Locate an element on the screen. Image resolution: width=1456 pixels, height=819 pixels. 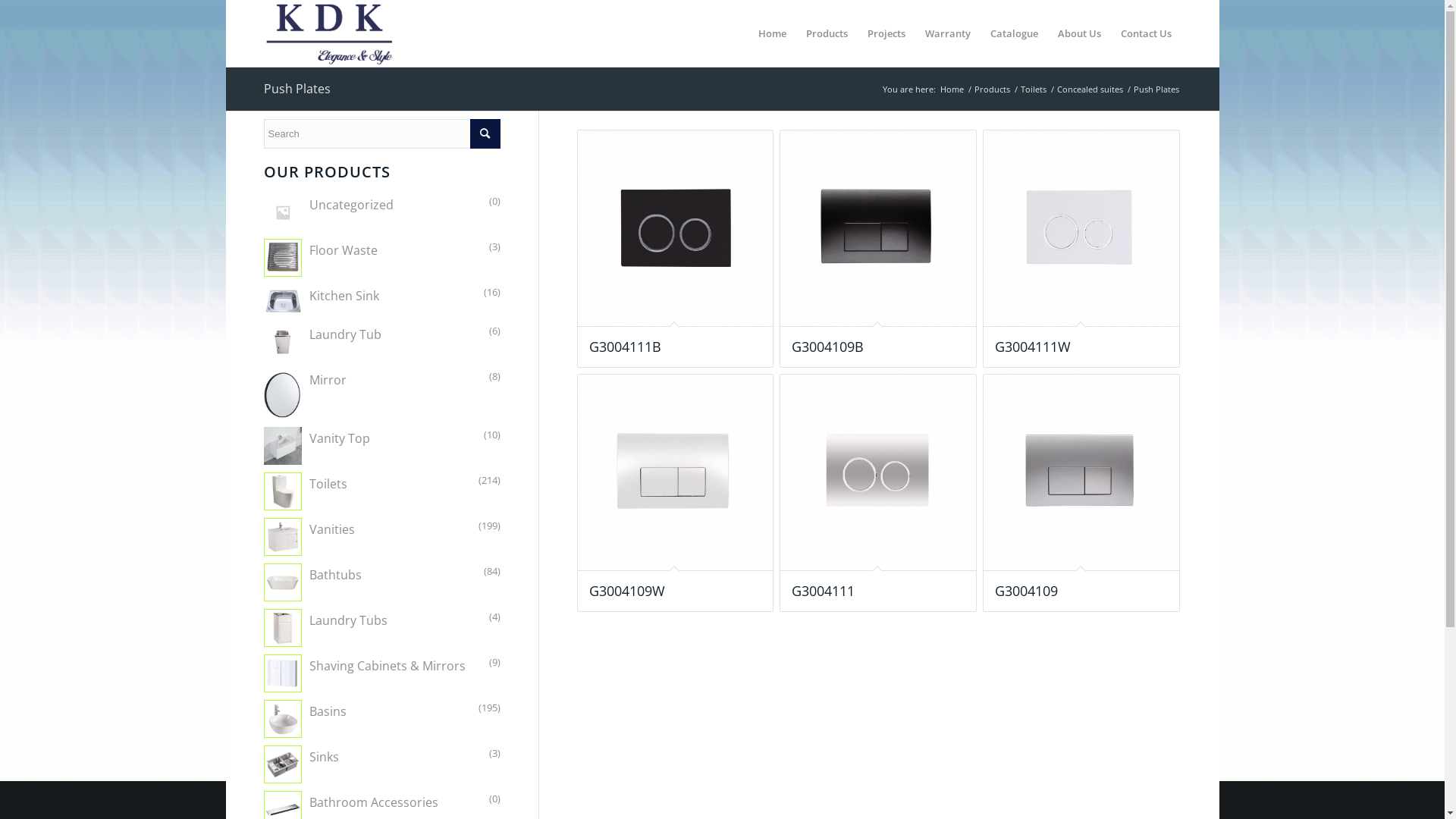
'Kitchen Sink' is located at coordinates (320, 300).